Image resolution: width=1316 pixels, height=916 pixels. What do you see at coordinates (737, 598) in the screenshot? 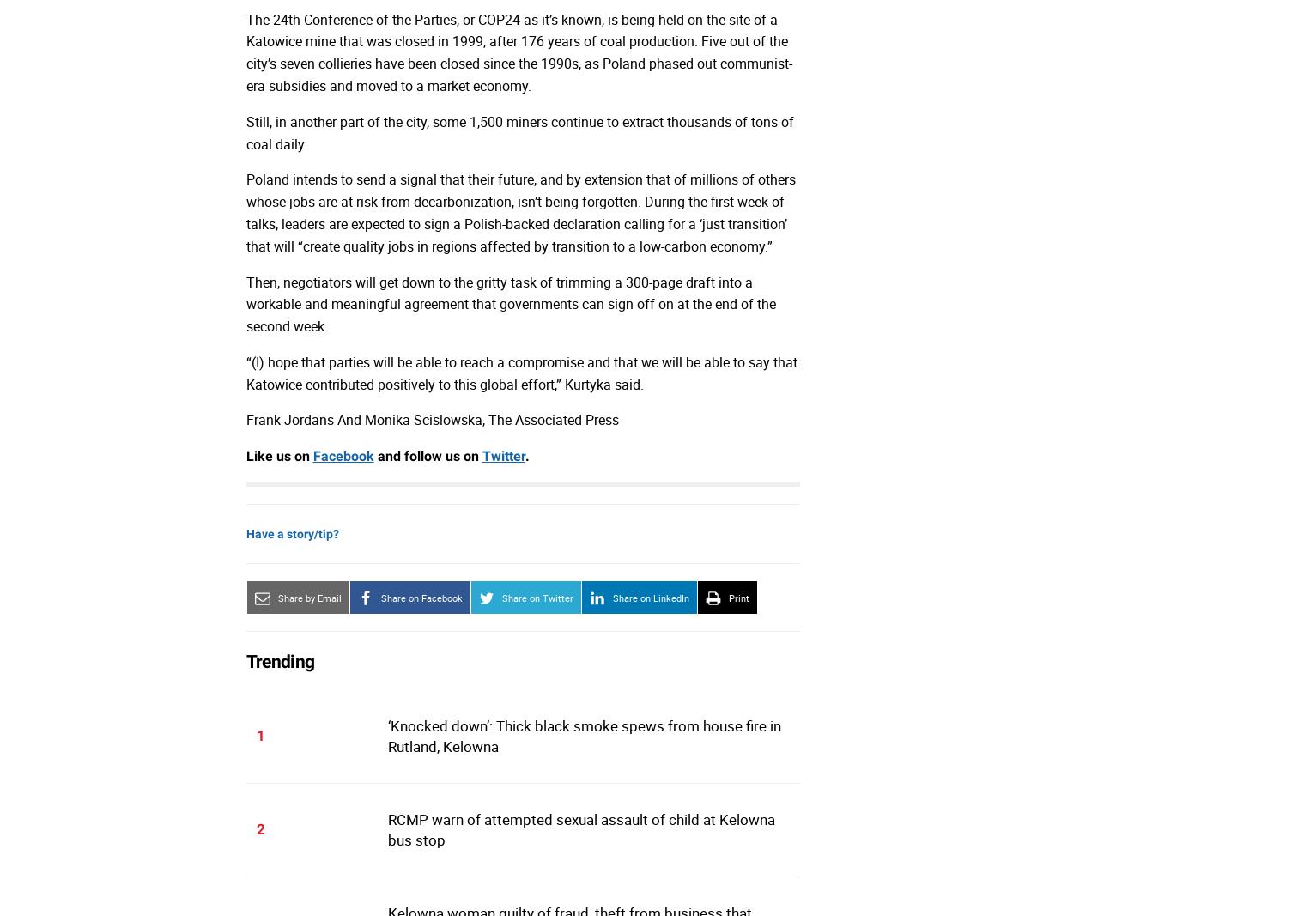
I see `'Print'` at bounding box center [737, 598].